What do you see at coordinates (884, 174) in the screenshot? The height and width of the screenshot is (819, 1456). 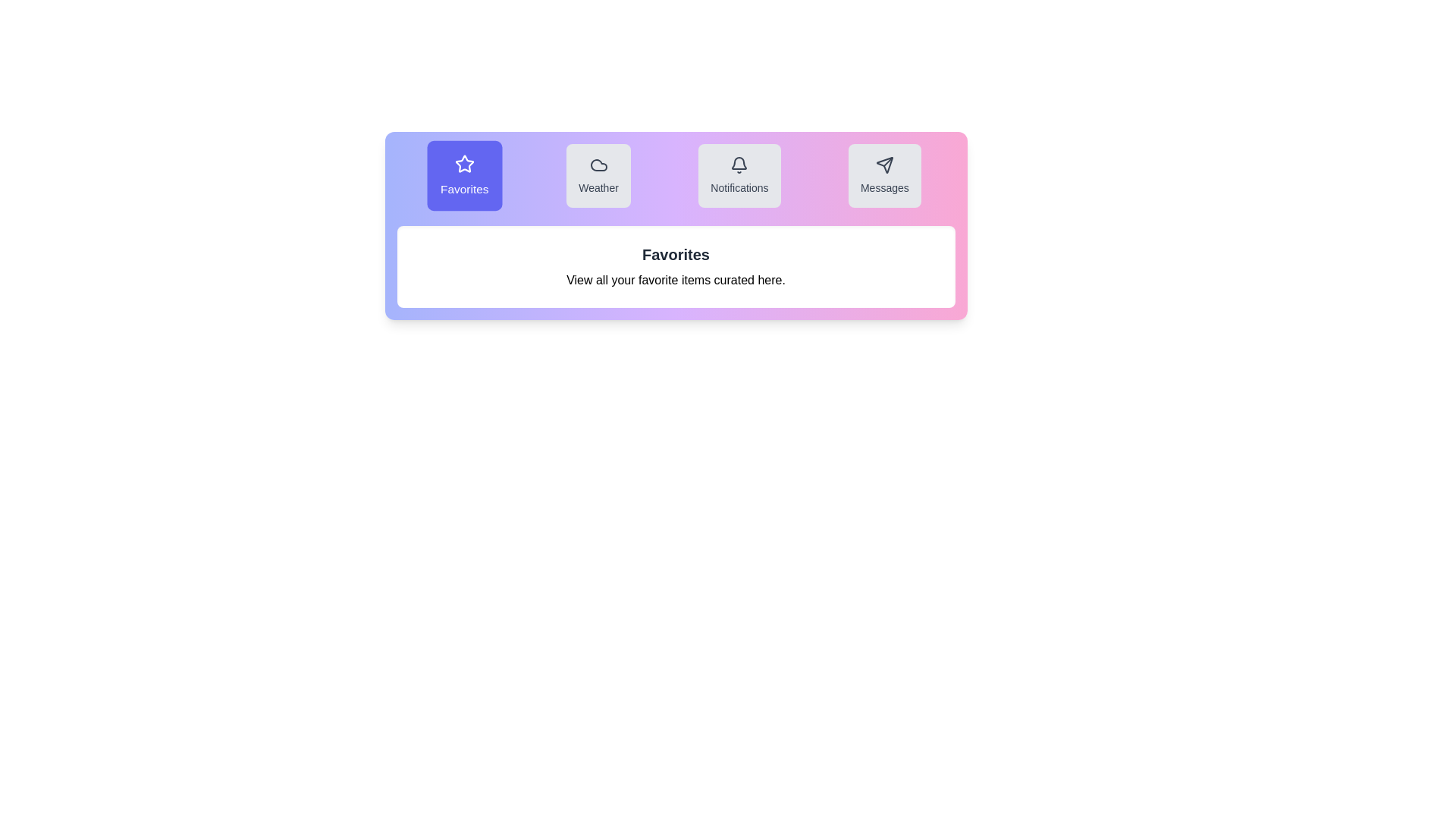 I see `the tab corresponding to Messages to highlight it` at bounding box center [884, 174].